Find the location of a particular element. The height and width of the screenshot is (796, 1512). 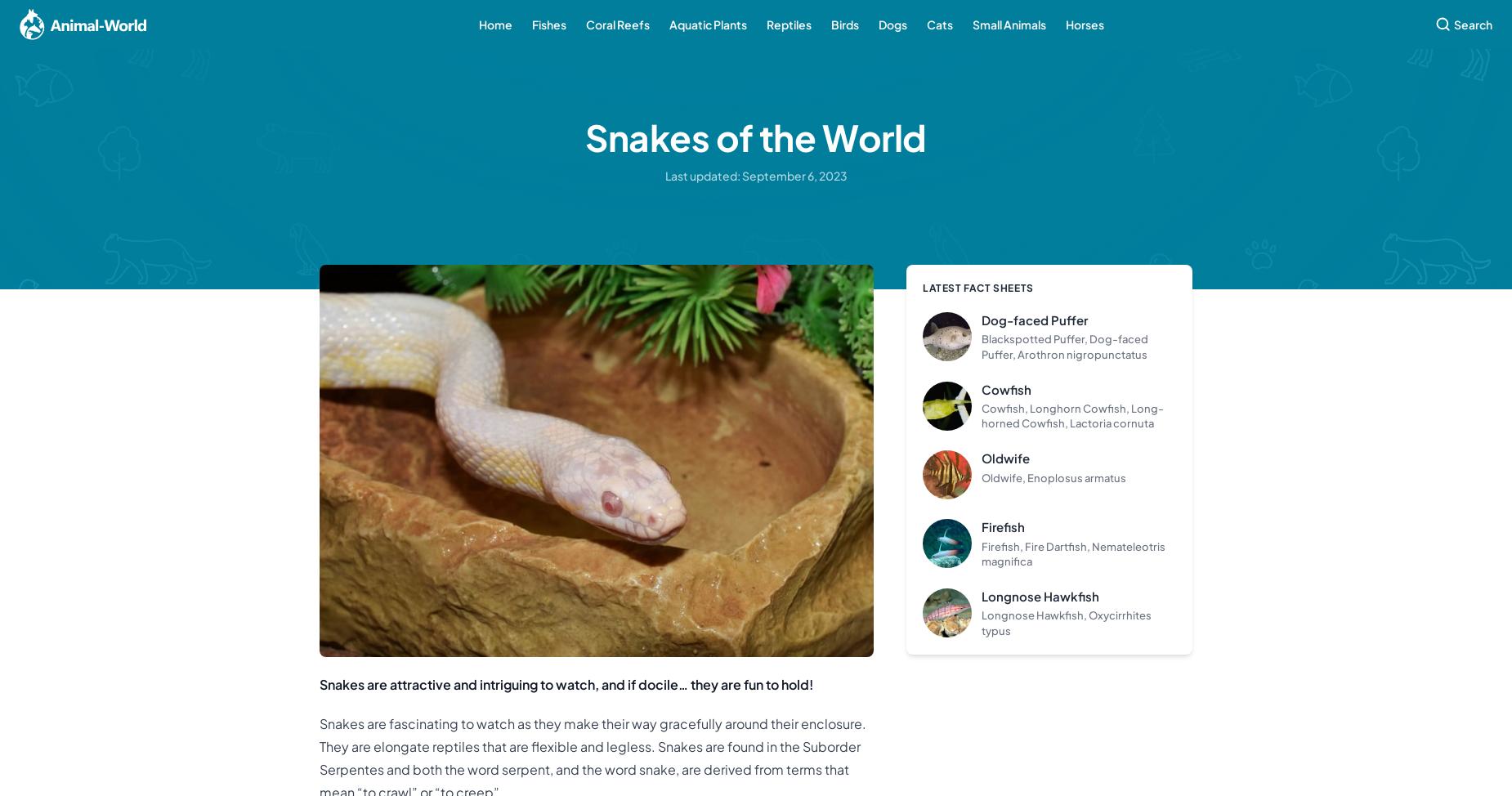

'Birds' is located at coordinates (843, 24).